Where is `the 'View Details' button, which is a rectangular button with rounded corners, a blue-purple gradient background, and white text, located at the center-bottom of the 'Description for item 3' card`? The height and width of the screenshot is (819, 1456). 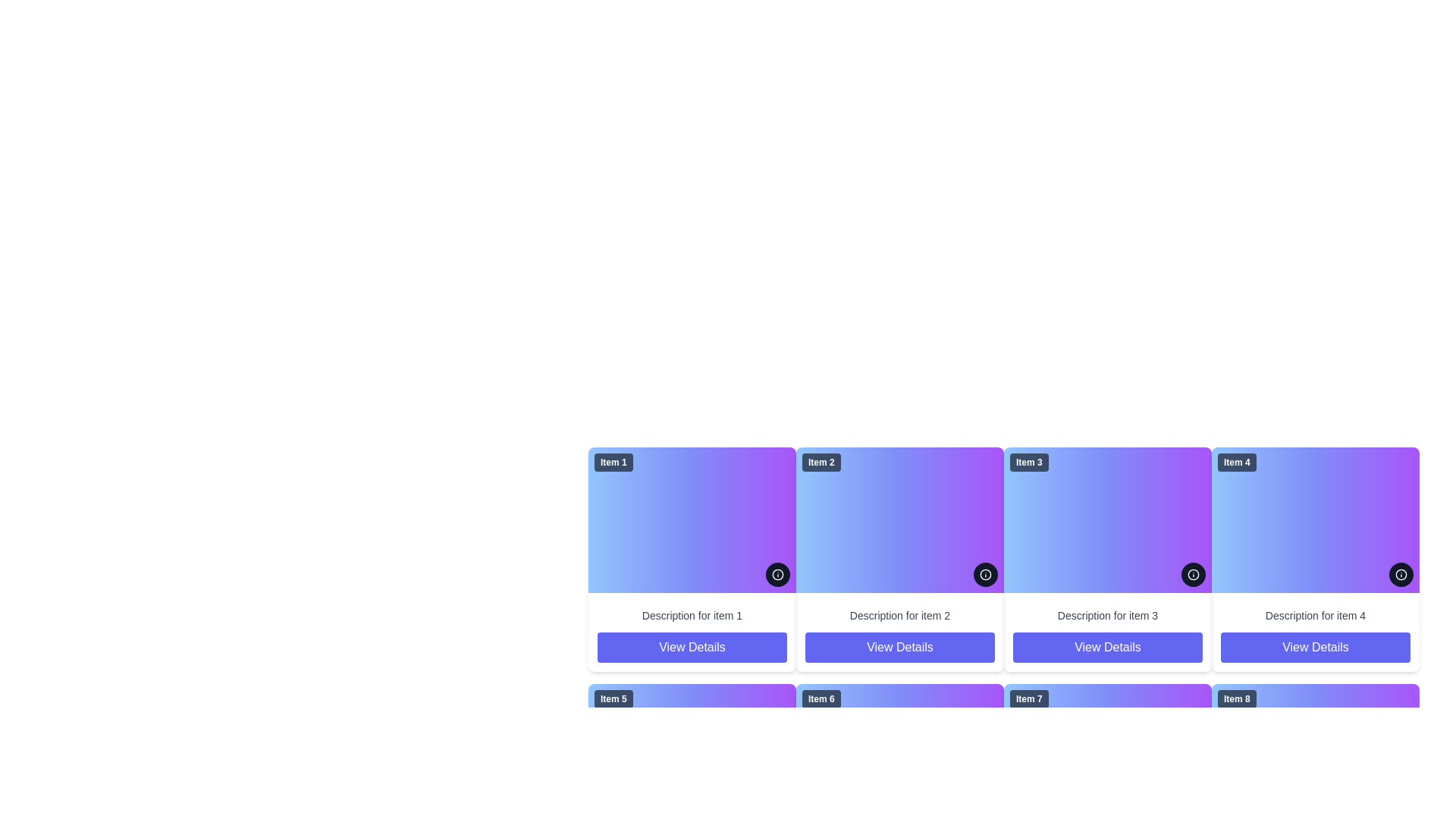 the 'View Details' button, which is a rectangular button with rounded corners, a blue-purple gradient background, and white text, located at the center-bottom of the 'Description for item 3' card is located at coordinates (1107, 647).